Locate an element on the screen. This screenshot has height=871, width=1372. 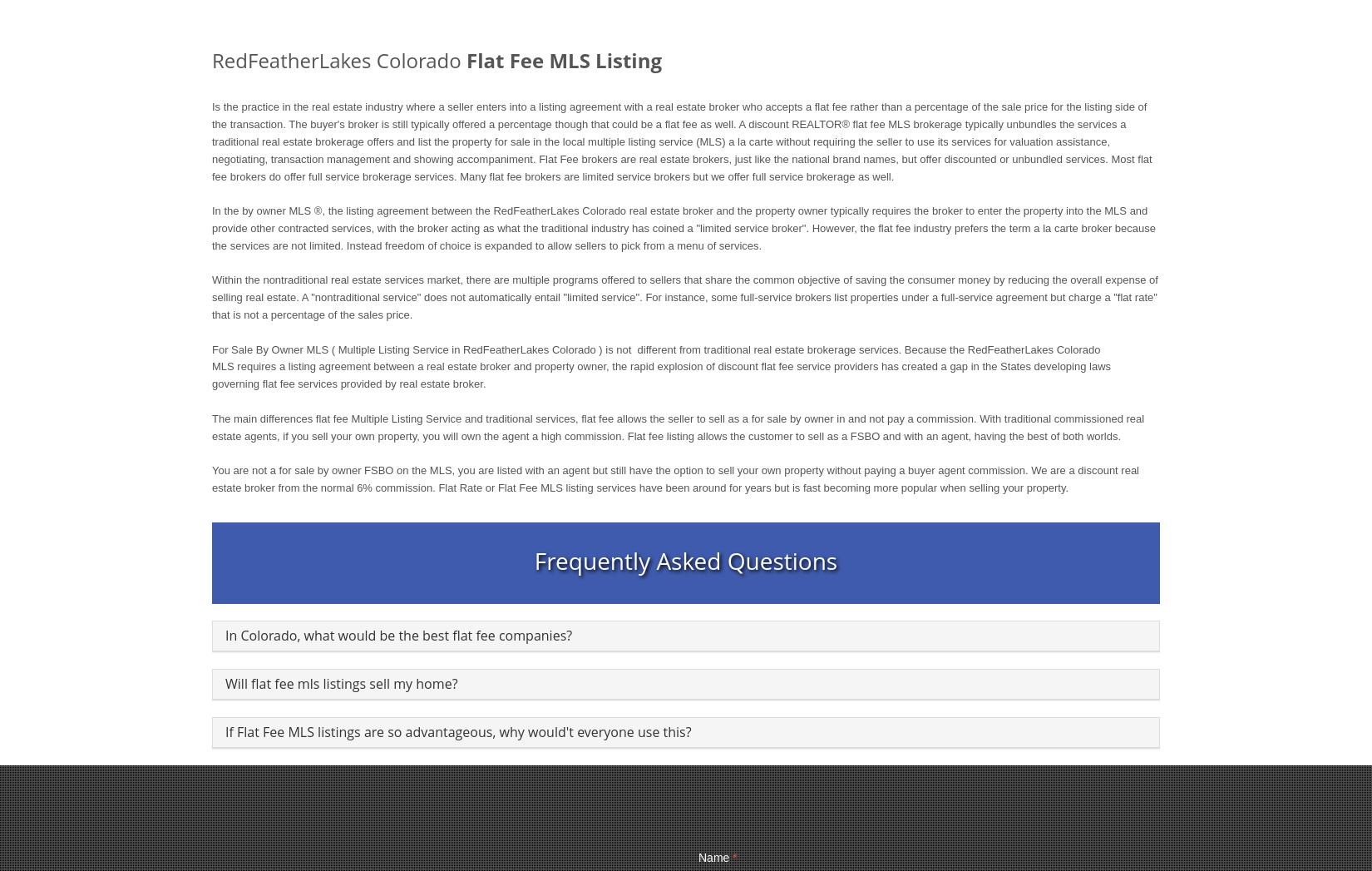
'Within the nontraditional real estate services market, there are multiple programs offered to sellers that share the common objective of saving the consumer money by reducing the overall expense of selling real estate. A "nontraditional service" does not automatically entail "limited service". For instance, some full-service brokers list properties under a full-service agreement but charge a "flat rate" that is not a percentage of the sales price.' is located at coordinates (684, 297).